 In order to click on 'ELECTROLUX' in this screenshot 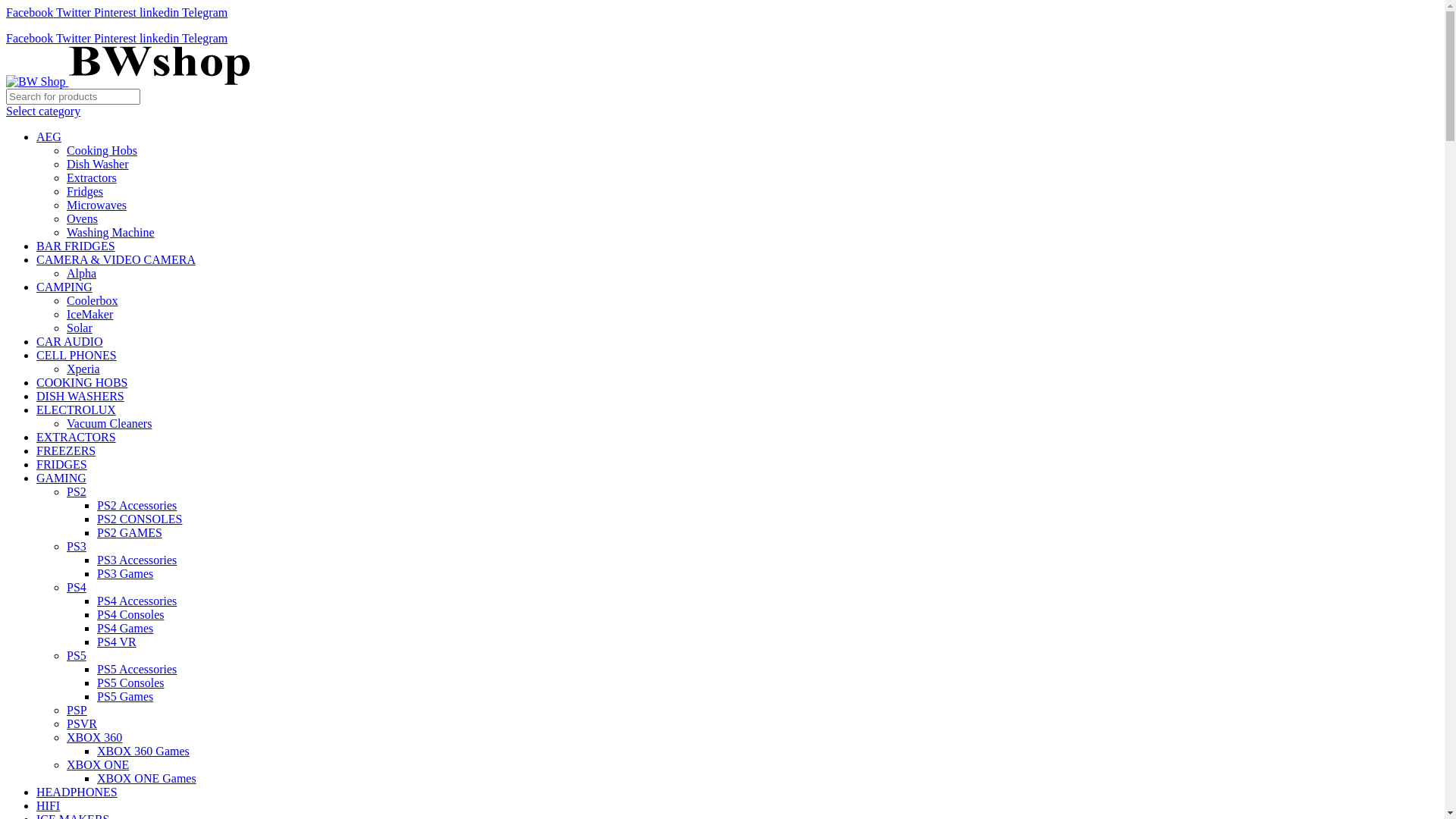, I will do `click(36, 409)`.